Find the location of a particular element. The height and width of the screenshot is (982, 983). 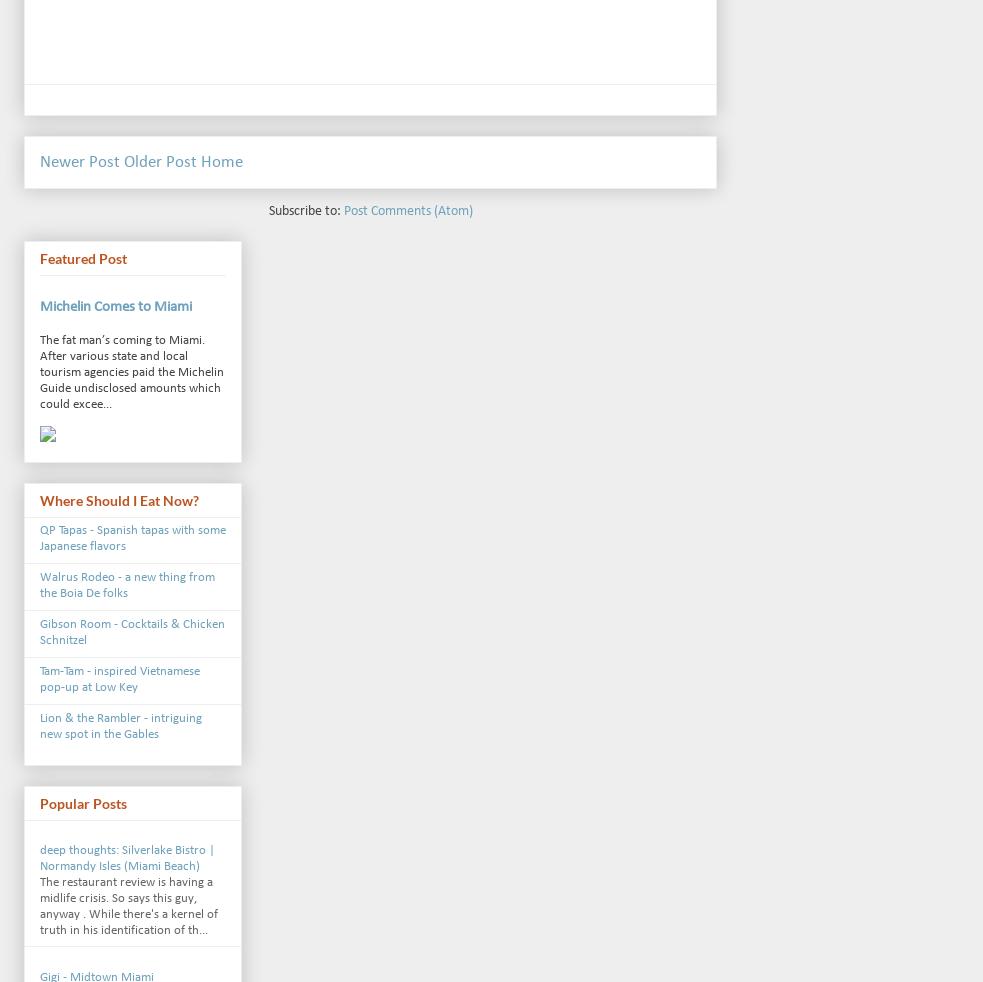

'The fat man’s coming to Miami. After various state and local tourism agencies paid the Michelin Guide  undisclosed amounts which could excee...' is located at coordinates (39, 371).